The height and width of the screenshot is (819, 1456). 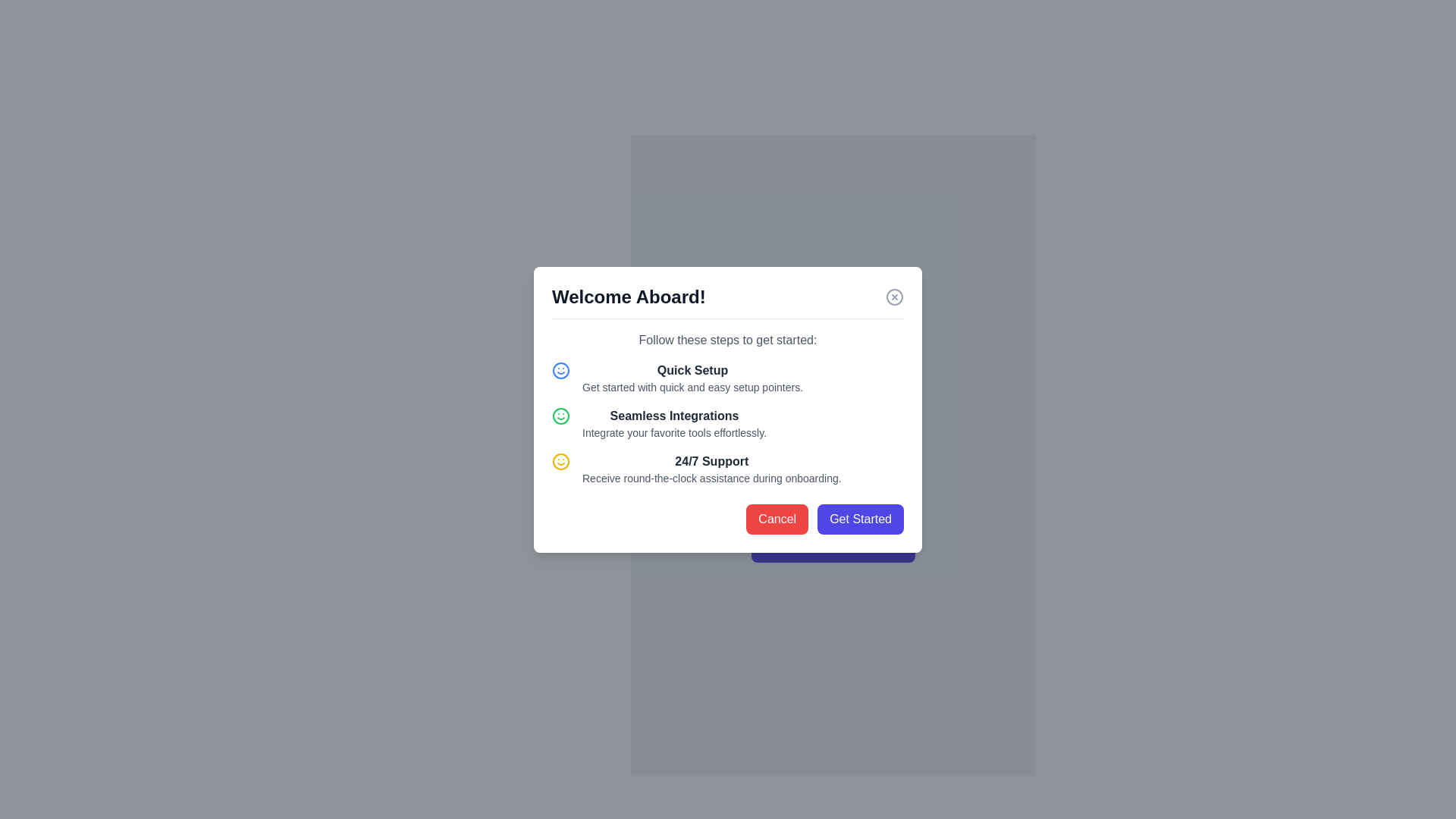 I want to click on the SVG icon representing positivity or friendliness associated with '24/7 Support', located to the left of the text, so click(x=560, y=460).